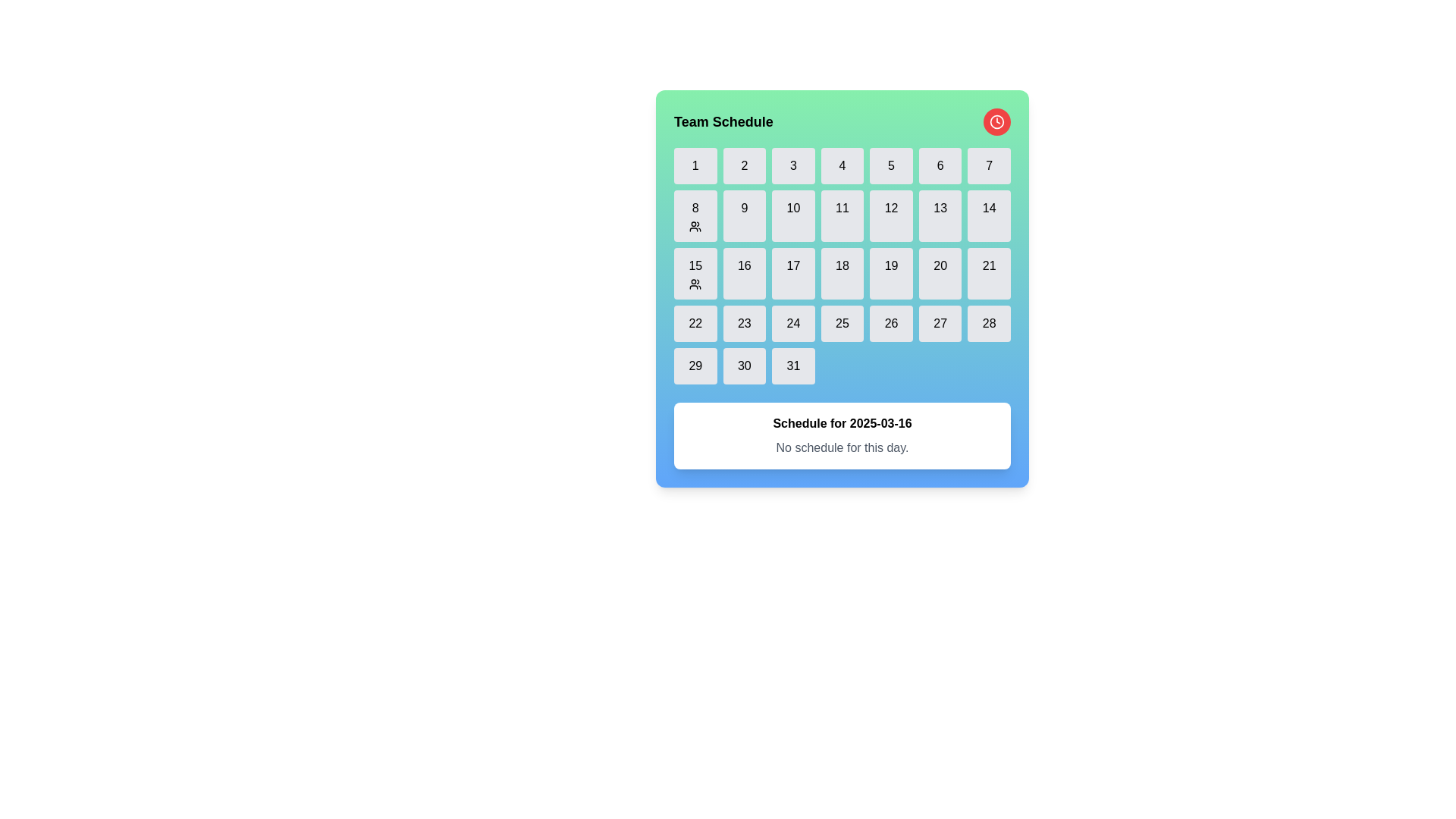 The height and width of the screenshot is (819, 1456). I want to click on the button representing the date '10' in the calendar interface, so click(792, 216).